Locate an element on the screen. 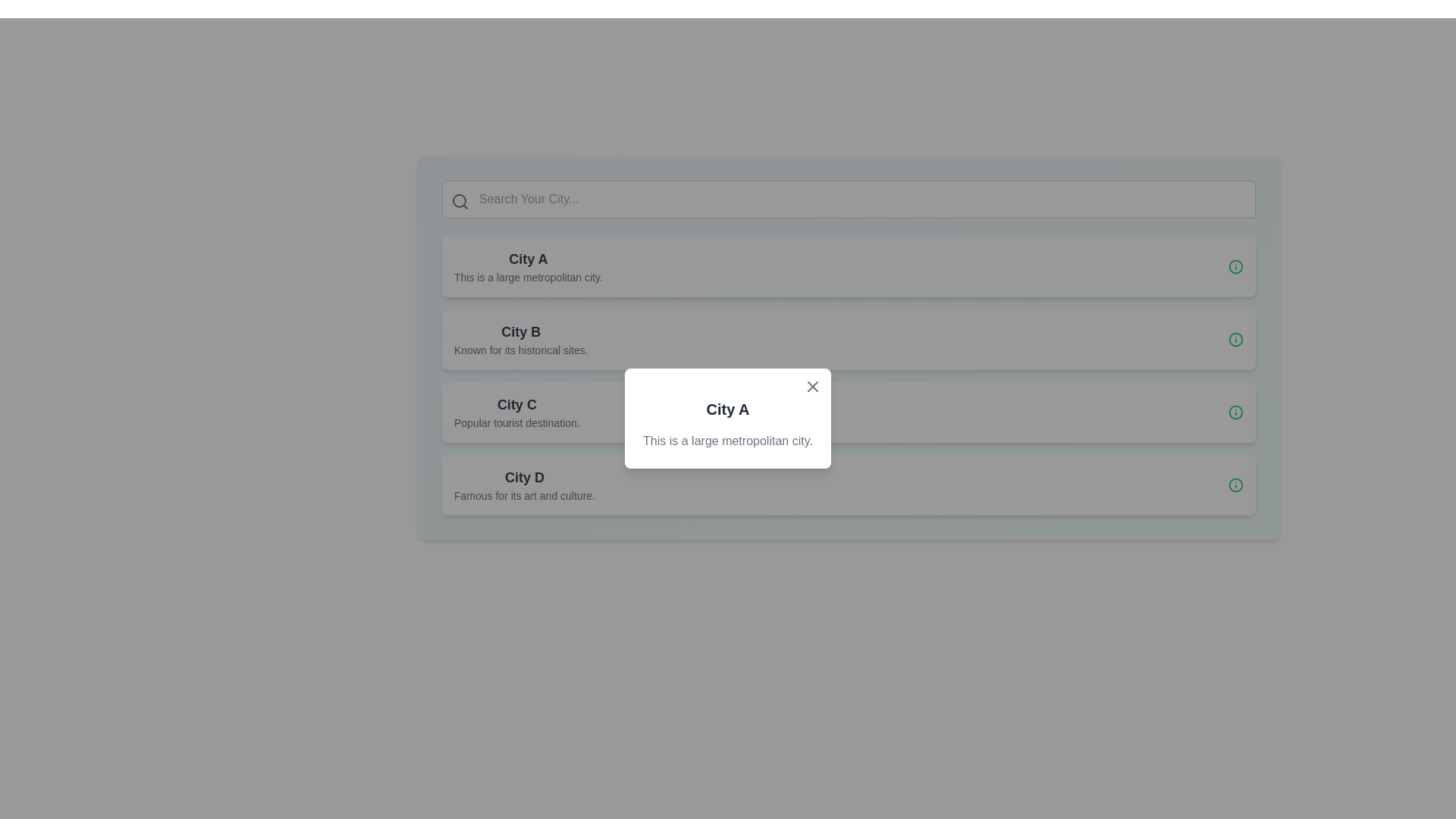 This screenshot has height=819, width=1456. the text label pair titled 'City C' which displays 'City C' in bold and 'Popular tourist destination.' below it is located at coordinates (516, 412).